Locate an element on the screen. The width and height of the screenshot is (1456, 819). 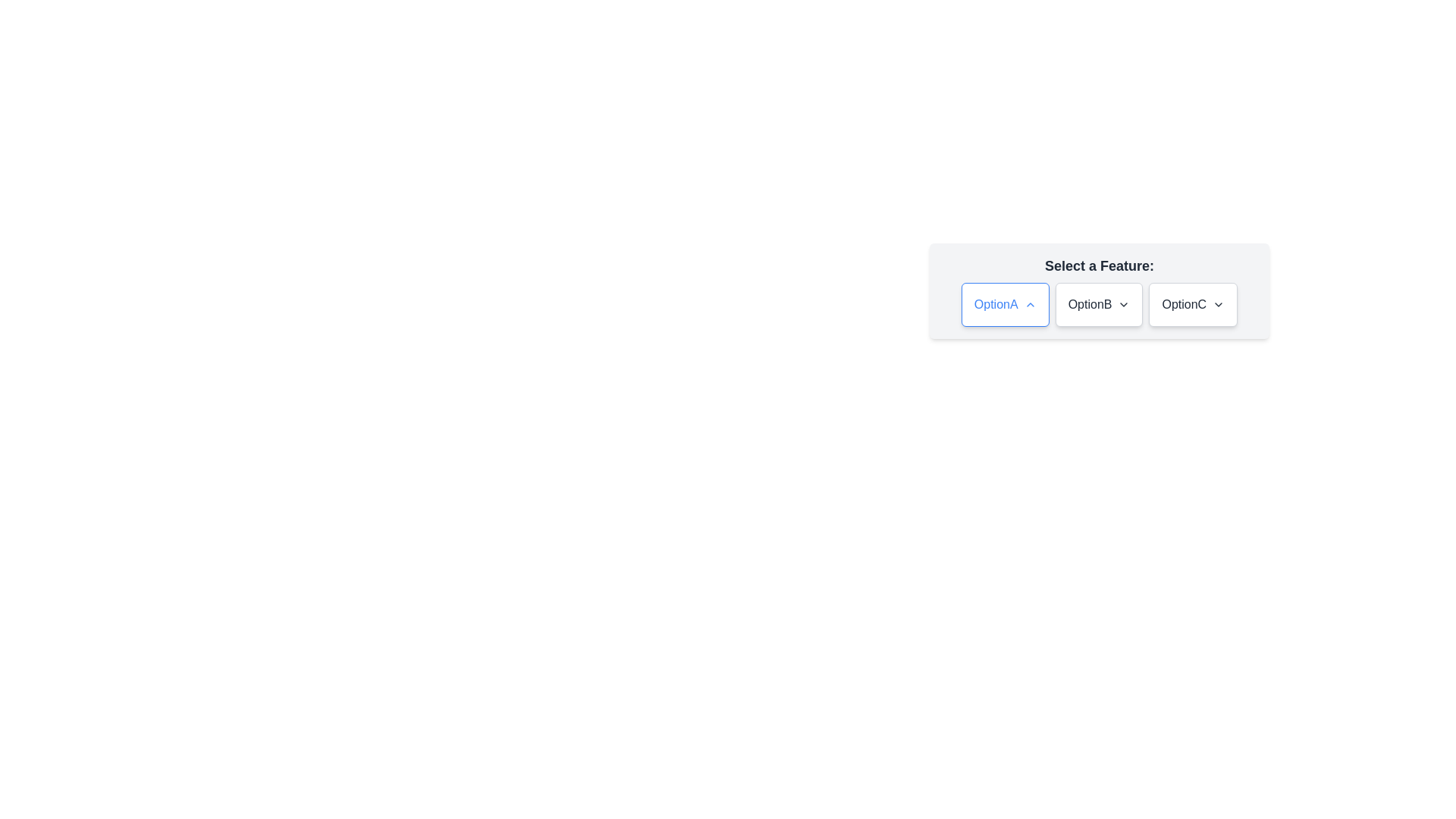
the static text label that indicates the purpose of the options below, which is positioned at the top of the panel, centered horizontally above OptionA, OptionB, and OptionC is located at coordinates (1099, 265).